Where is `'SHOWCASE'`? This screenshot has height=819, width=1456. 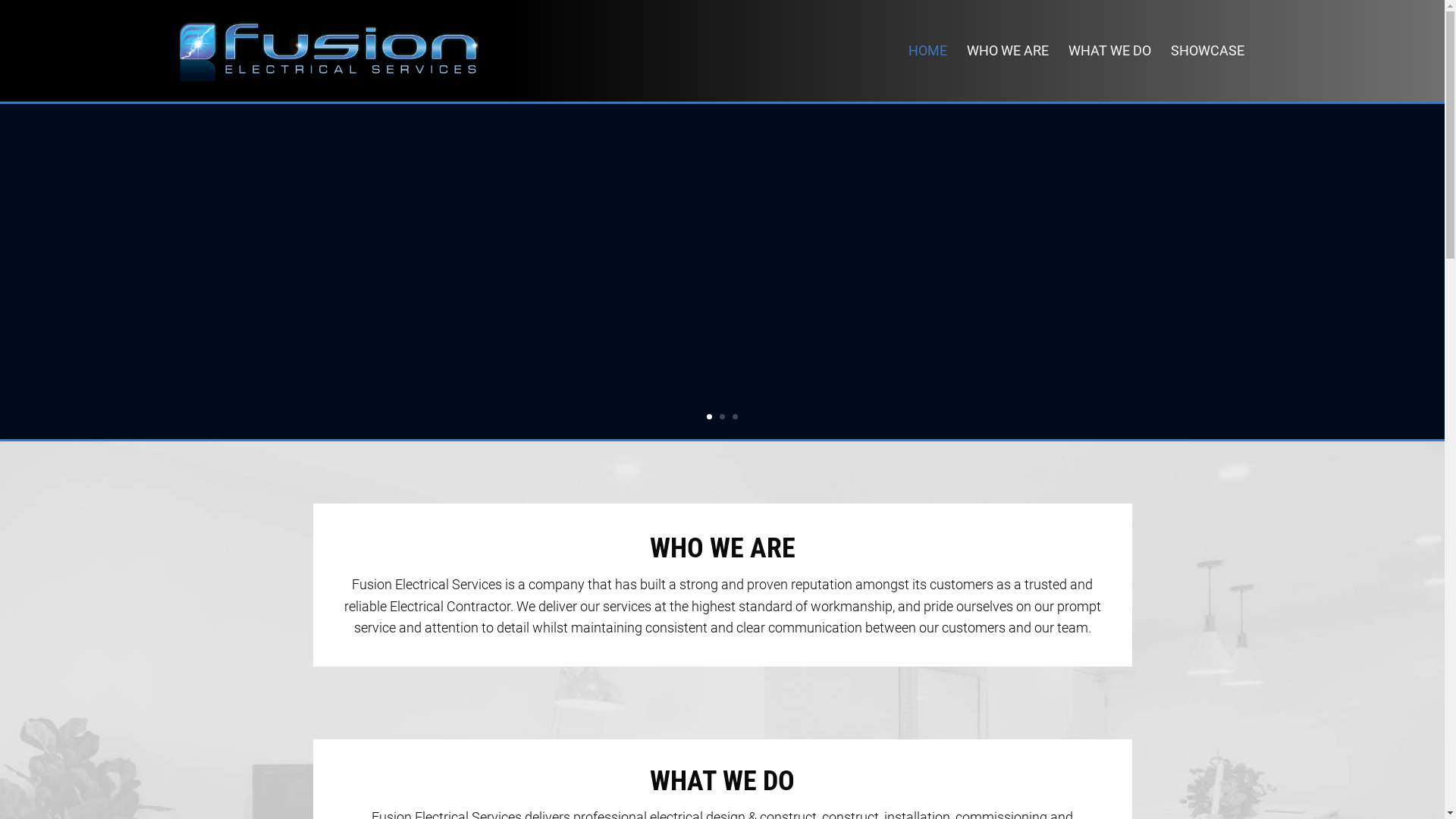
'SHOWCASE' is located at coordinates (1207, 73).